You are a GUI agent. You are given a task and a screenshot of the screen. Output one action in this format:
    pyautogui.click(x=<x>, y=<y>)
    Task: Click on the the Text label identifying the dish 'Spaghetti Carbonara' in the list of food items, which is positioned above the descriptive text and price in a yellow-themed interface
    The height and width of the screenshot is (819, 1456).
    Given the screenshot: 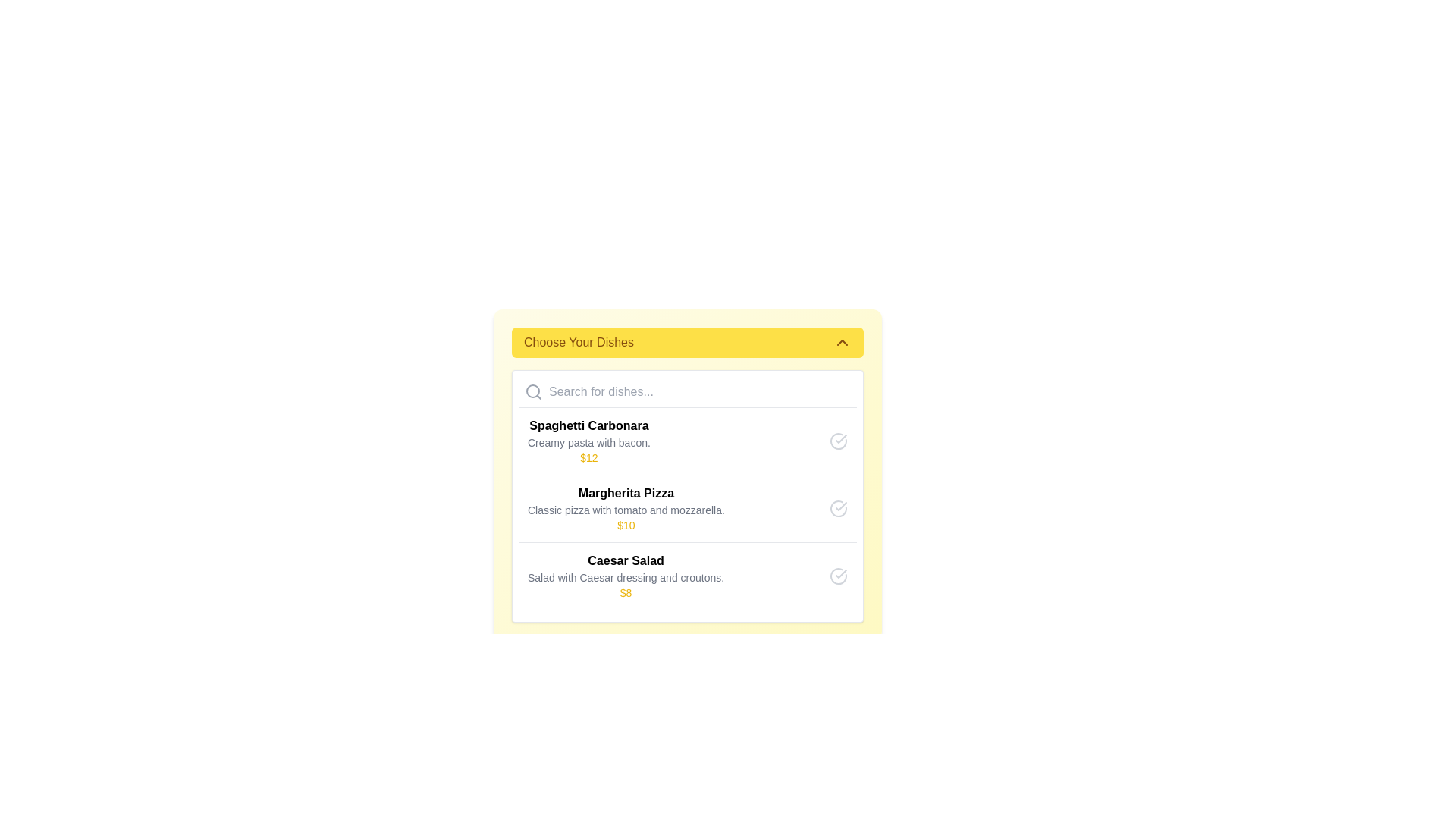 What is the action you would take?
    pyautogui.click(x=588, y=426)
    